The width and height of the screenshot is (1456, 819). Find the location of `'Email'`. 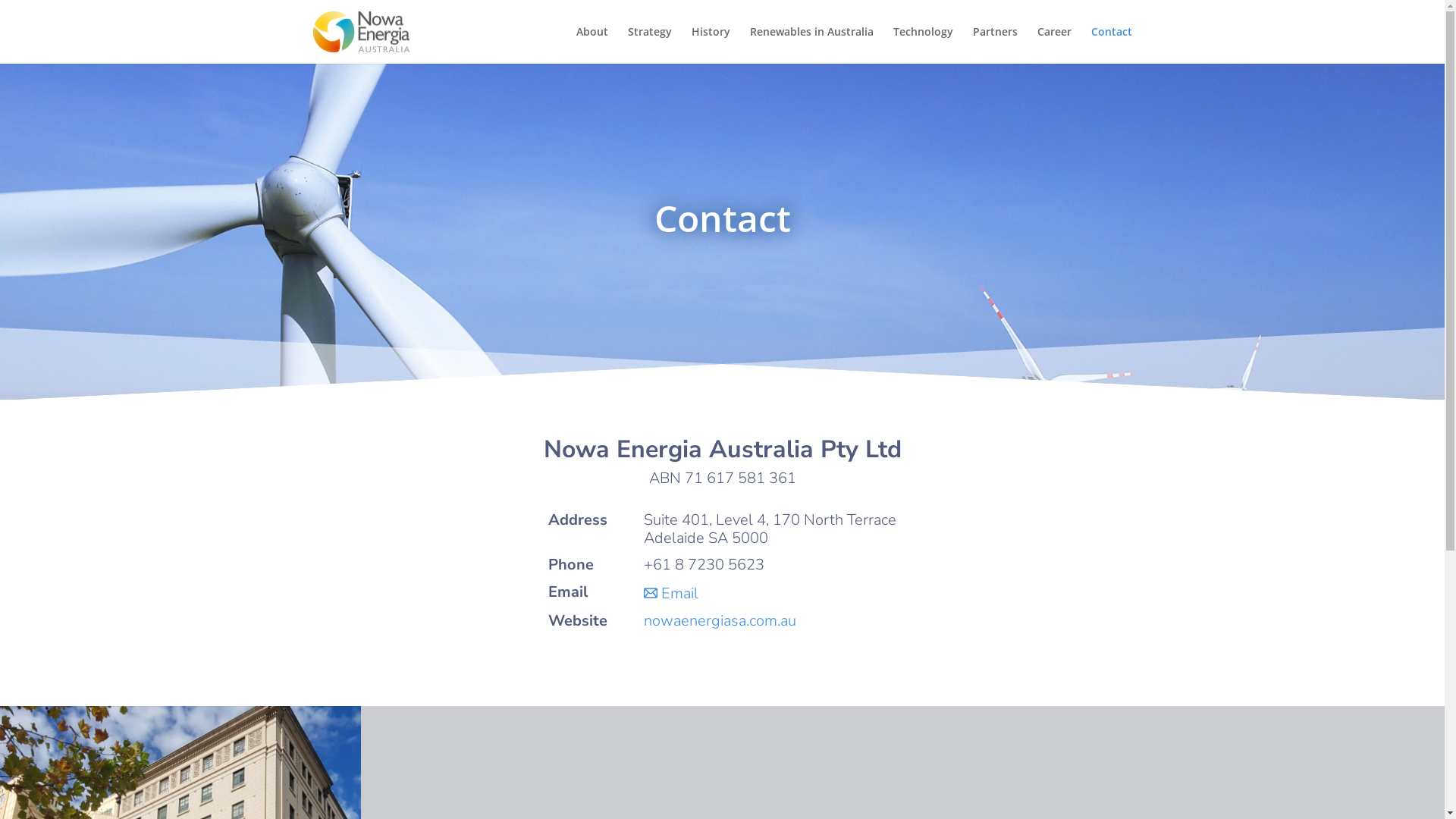

'Email' is located at coordinates (670, 592).